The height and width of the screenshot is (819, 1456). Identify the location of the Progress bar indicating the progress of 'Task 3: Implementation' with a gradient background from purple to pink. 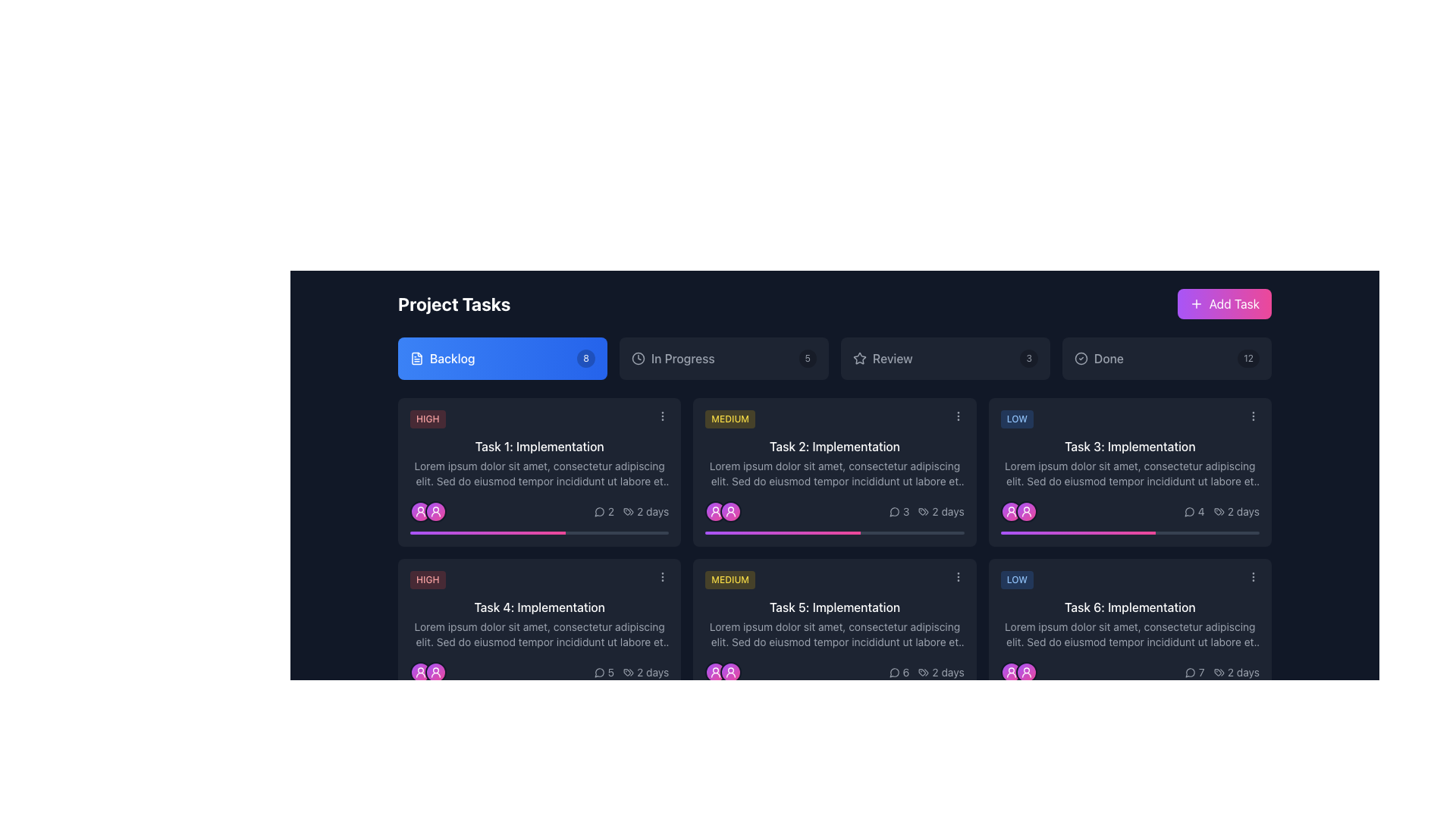
(1078, 532).